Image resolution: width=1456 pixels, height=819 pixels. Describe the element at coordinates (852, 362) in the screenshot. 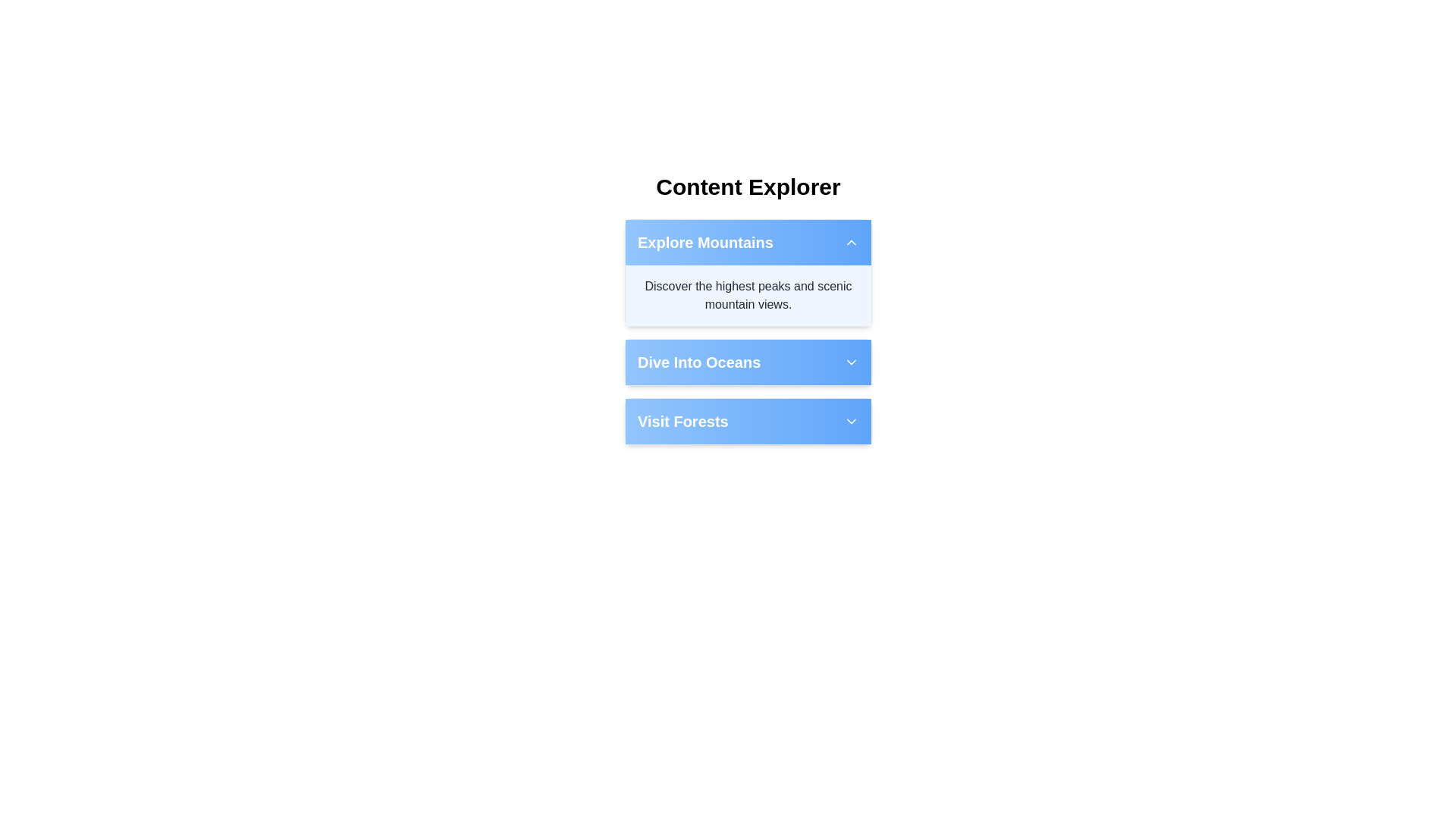

I see `the icon located on the right side of the 'Dive Into Oceans' section` at that location.